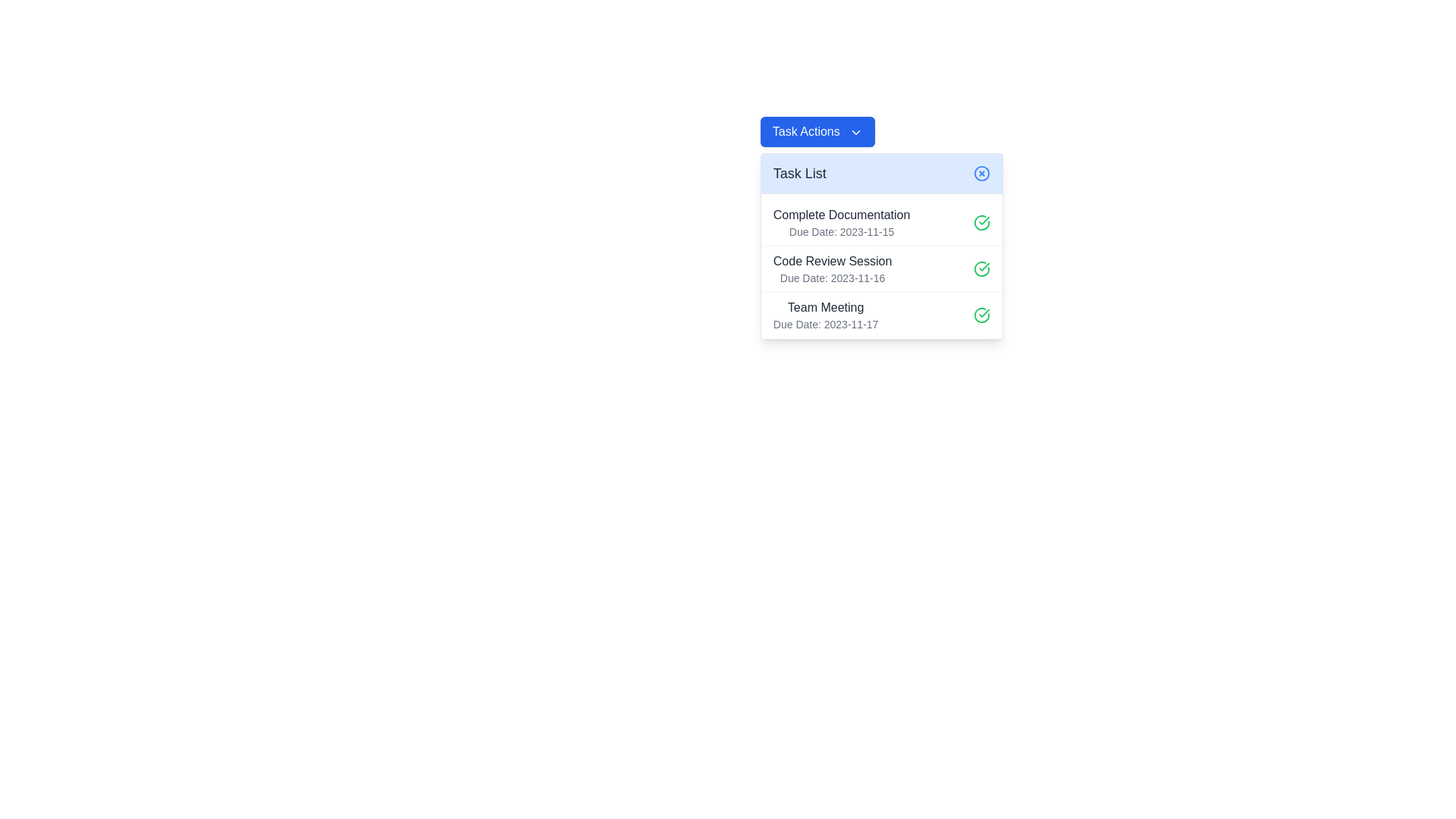 This screenshot has height=819, width=1456. I want to click on the green checkmark icon that indicates a completed state, located in the second row of the task list adjacent to the text 'Code Review Session' and 'Due Date: 2023-11-16', so click(981, 268).